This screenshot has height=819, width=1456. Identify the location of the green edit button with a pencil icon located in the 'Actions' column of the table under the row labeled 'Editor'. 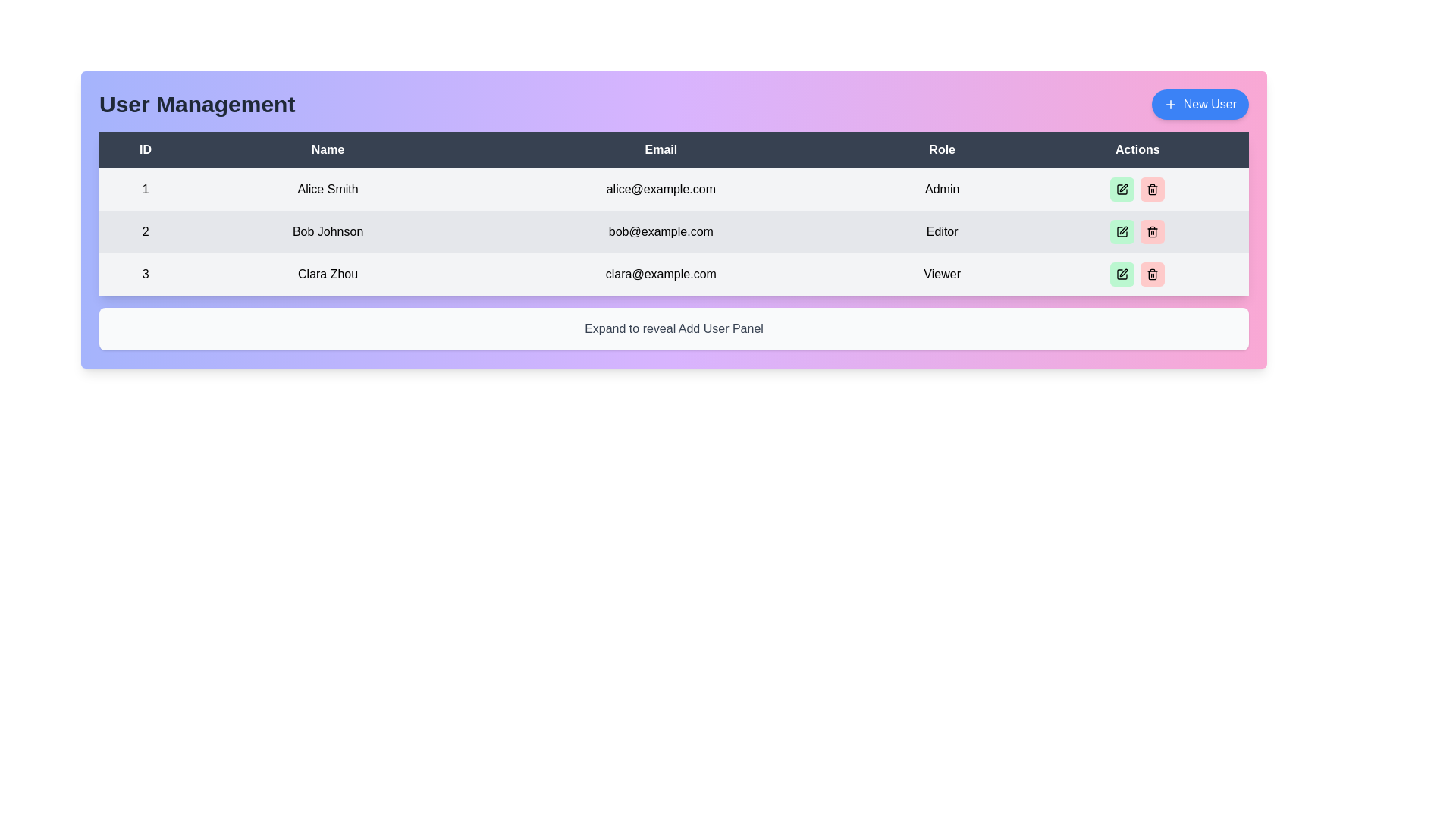
(1122, 231).